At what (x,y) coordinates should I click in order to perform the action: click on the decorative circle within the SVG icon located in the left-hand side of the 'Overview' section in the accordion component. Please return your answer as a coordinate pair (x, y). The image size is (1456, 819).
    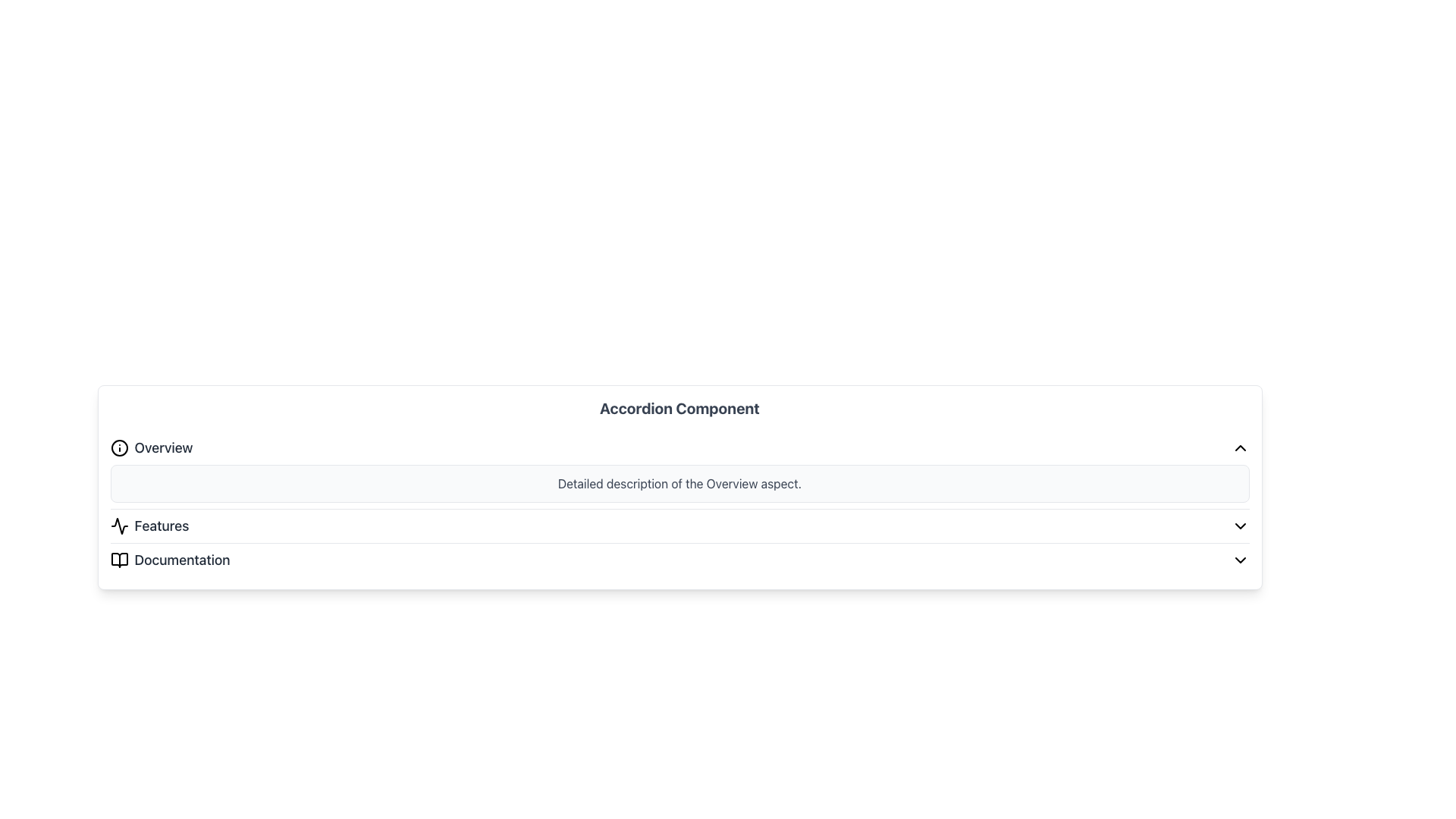
    Looking at the image, I should click on (118, 447).